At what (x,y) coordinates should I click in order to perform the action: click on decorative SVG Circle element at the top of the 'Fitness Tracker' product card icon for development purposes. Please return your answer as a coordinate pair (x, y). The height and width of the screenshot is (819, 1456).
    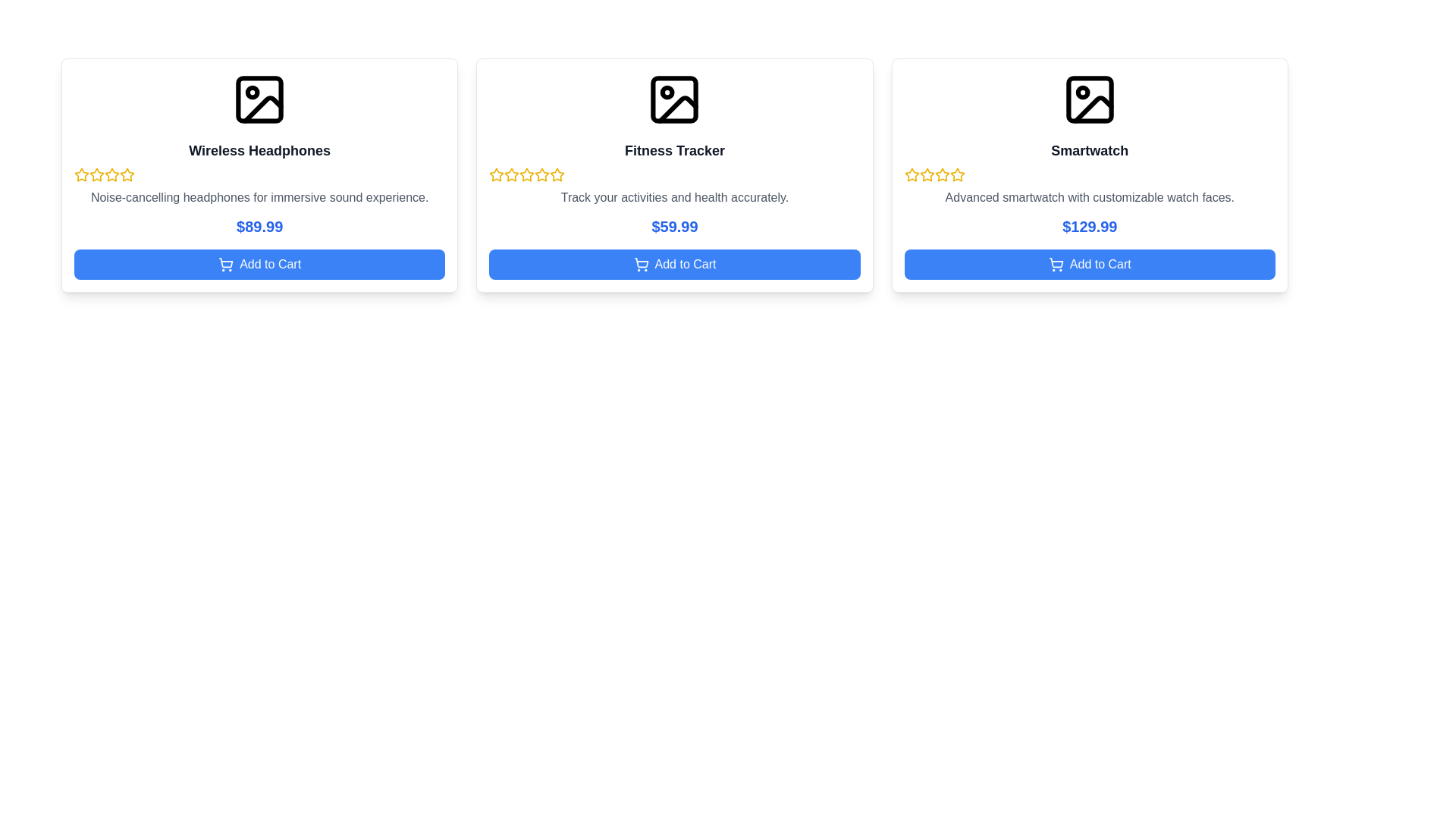
    Looking at the image, I should click on (667, 93).